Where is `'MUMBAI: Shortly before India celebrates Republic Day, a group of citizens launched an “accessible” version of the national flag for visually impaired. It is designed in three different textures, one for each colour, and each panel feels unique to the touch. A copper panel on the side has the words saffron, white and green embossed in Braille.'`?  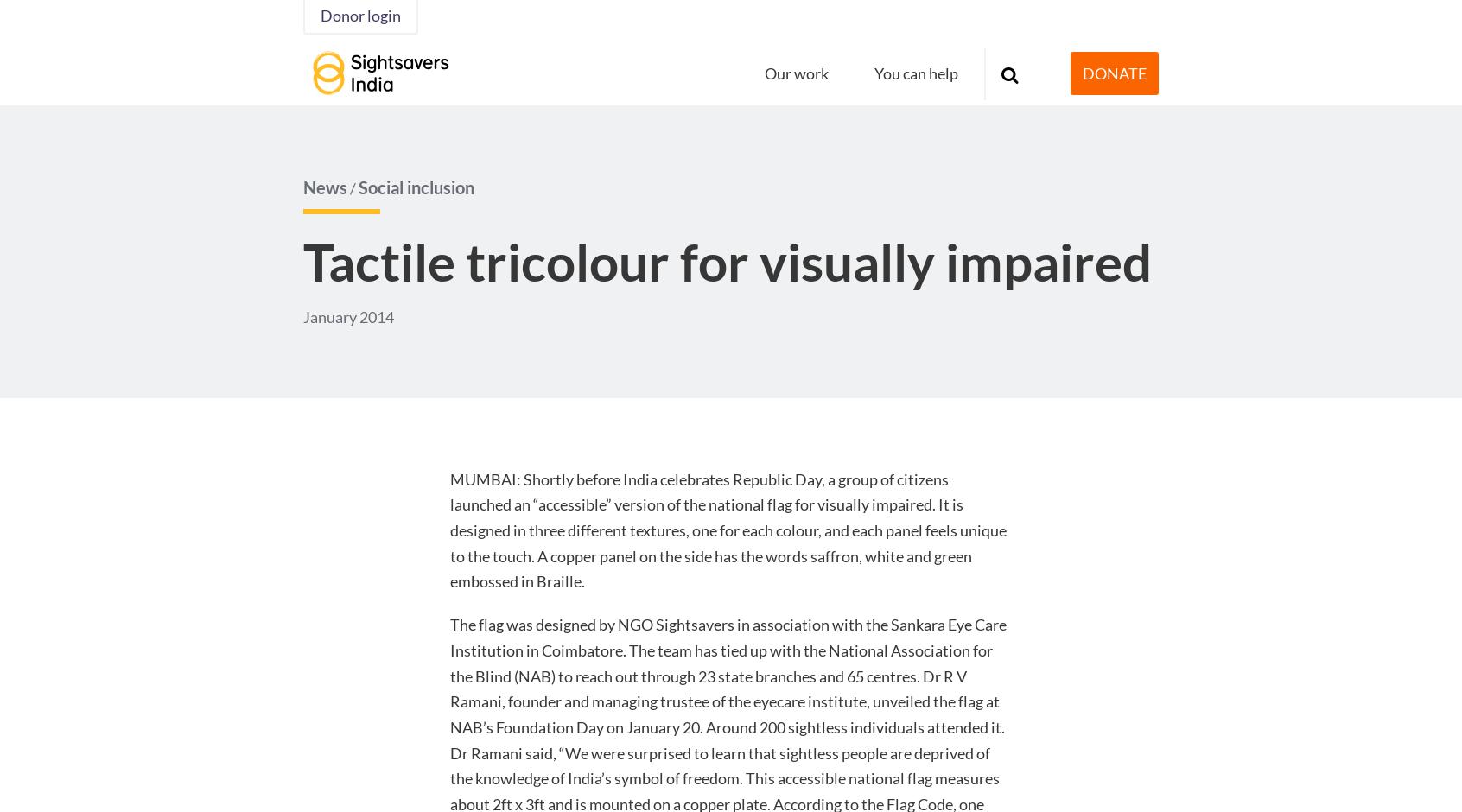
'MUMBAI: Shortly before India celebrates Republic Day, a group of citizens launched an “accessible” version of the national flag for visually impaired. It is designed in three different textures, one for each colour, and each panel feels unique to the touch. A copper panel on the side has the words saffron, white and green embossed in Braille.' is located at coordinates (448, 529).